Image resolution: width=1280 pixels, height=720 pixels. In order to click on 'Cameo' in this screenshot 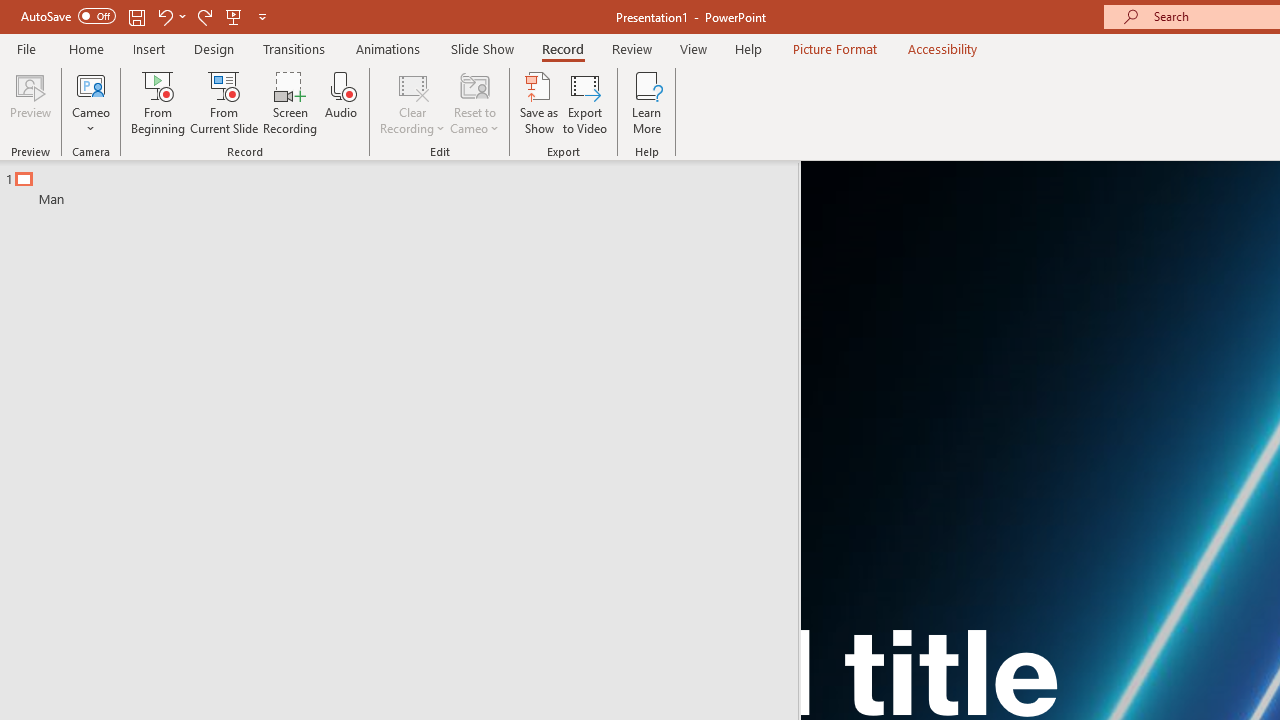, I will do `click(90, 84)`.